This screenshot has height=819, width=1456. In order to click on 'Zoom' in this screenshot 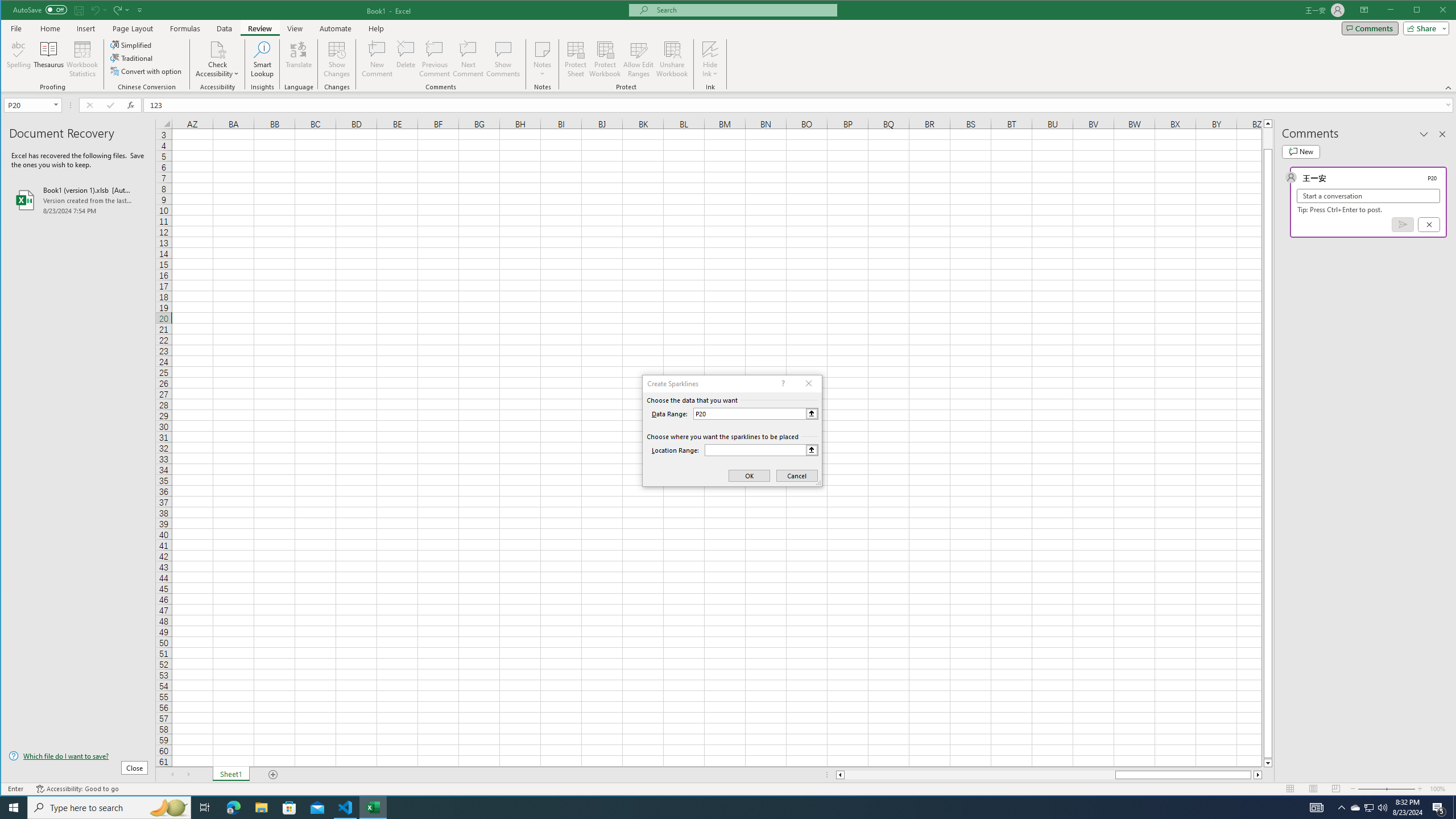, I will do `click(1386, 788)`.